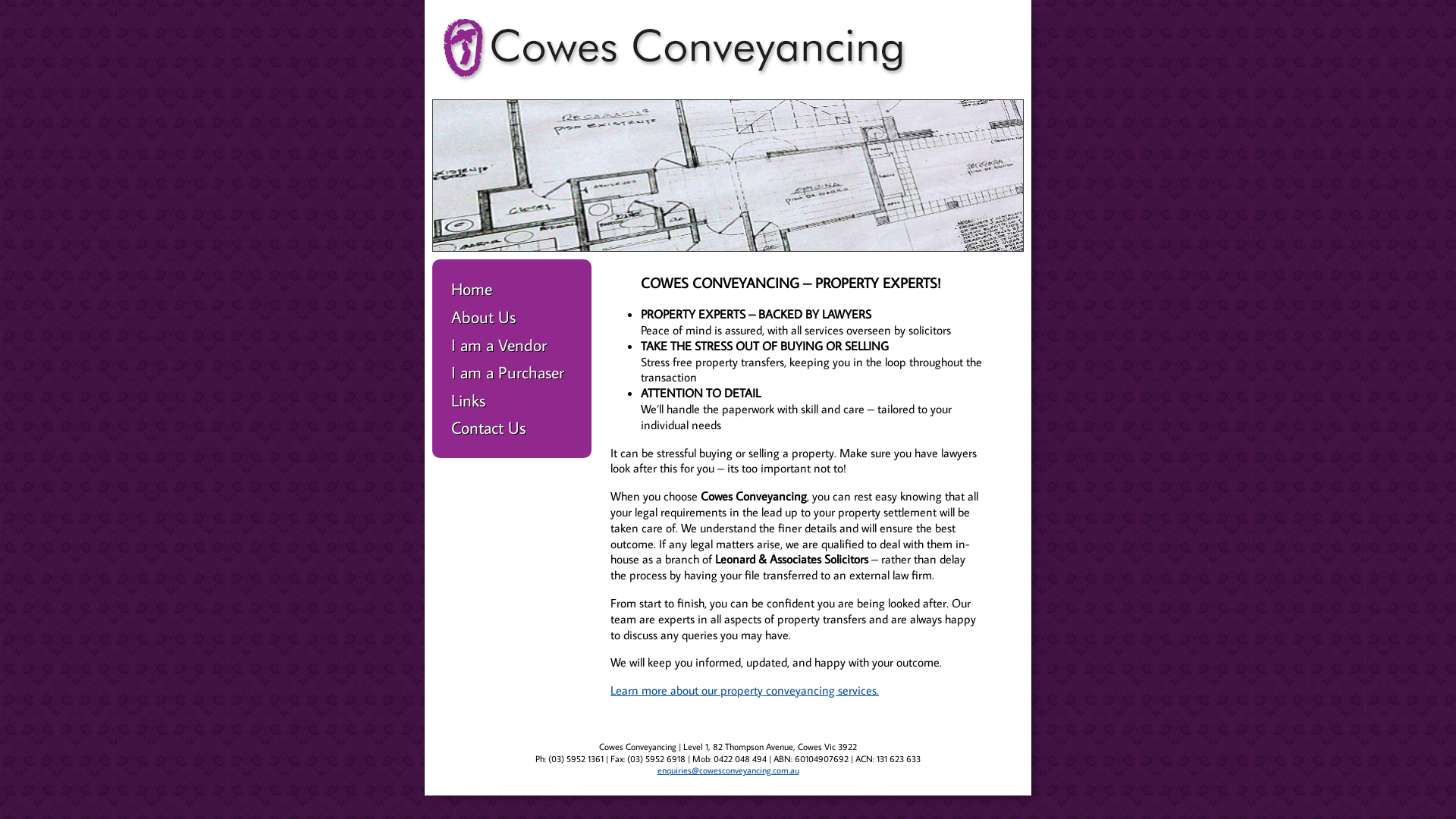  Describe the element at coordinates (512, 400) in the screenshot. I see `'Links'` at that location.